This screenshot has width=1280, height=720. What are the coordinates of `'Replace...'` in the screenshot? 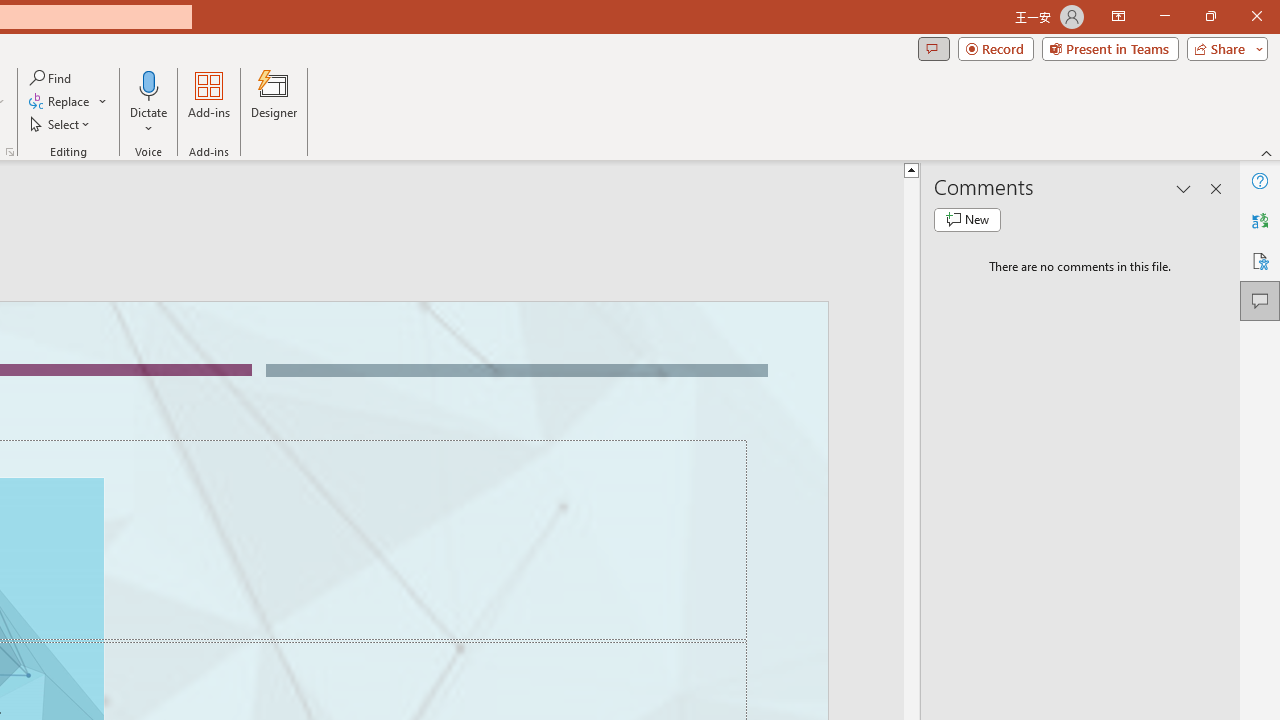 It's located at (60, 101).